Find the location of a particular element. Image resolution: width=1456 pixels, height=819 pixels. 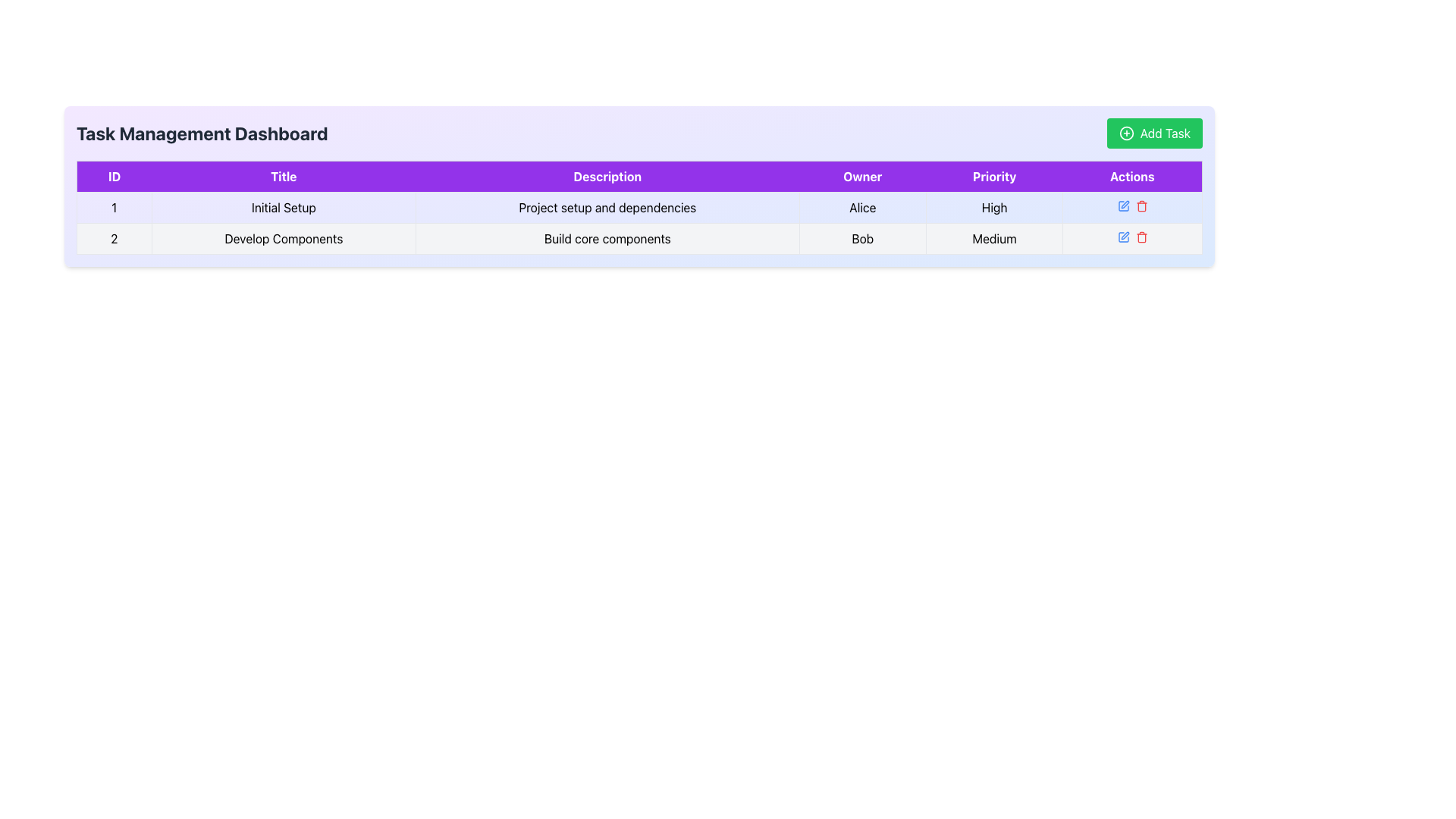

the 'Actions' table column header, which is the sixth column header in a row of headers, featuring a bold white font on a purple background is located at coordinates (1132, 175).